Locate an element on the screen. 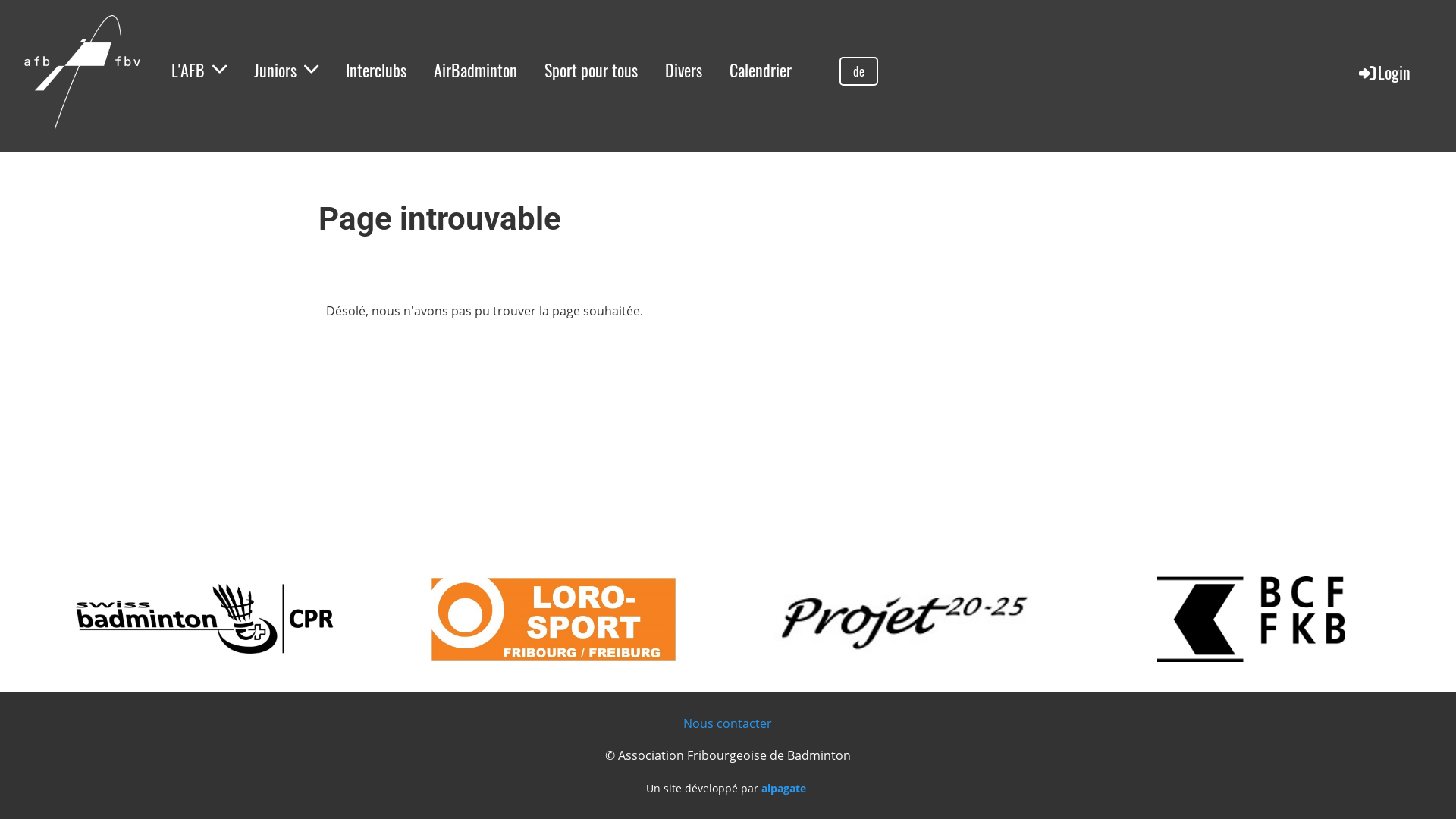  'Login' is located at coordinates (1383, 71).